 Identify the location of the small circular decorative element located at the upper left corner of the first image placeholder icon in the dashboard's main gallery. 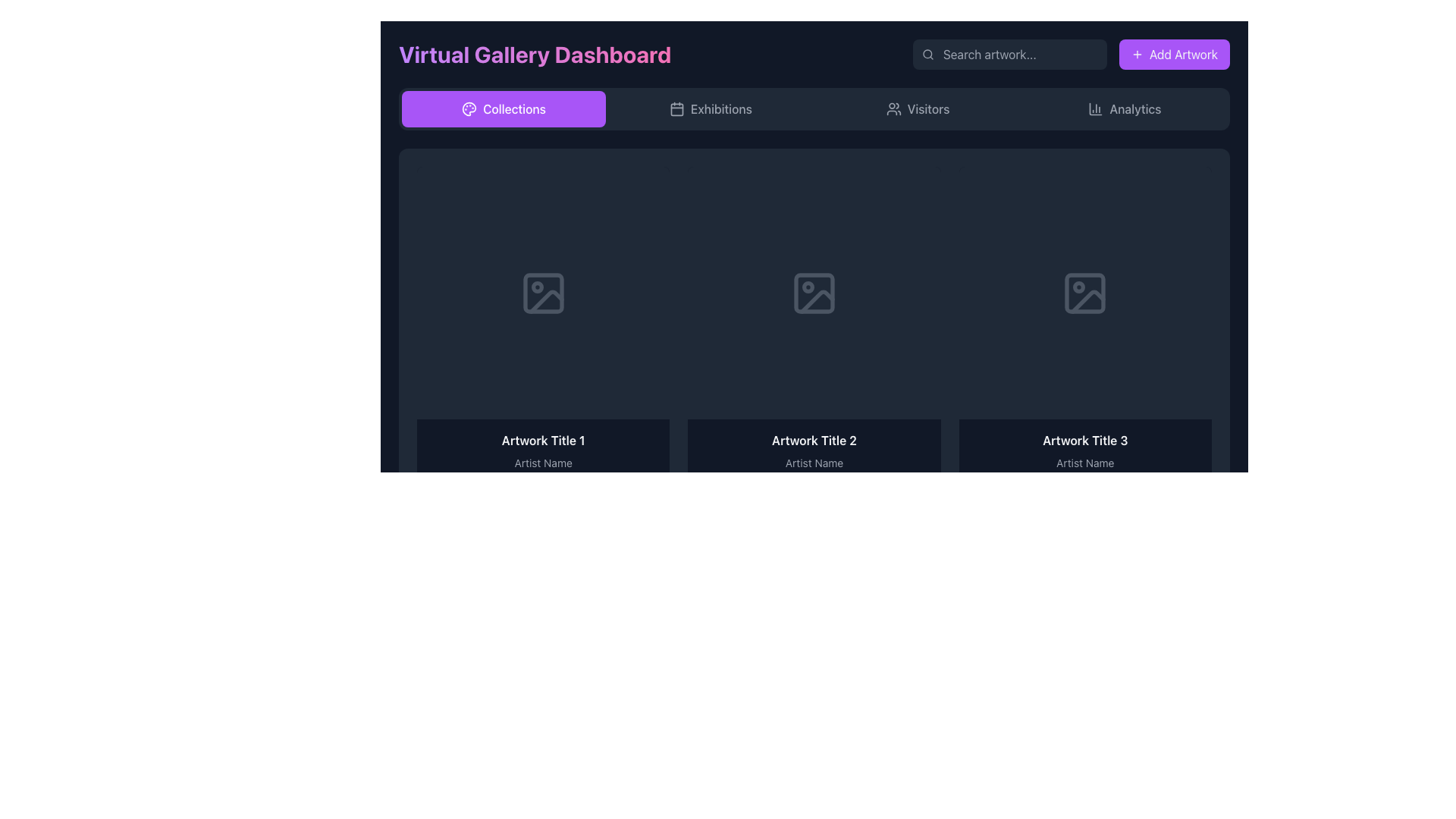
(537, 287).